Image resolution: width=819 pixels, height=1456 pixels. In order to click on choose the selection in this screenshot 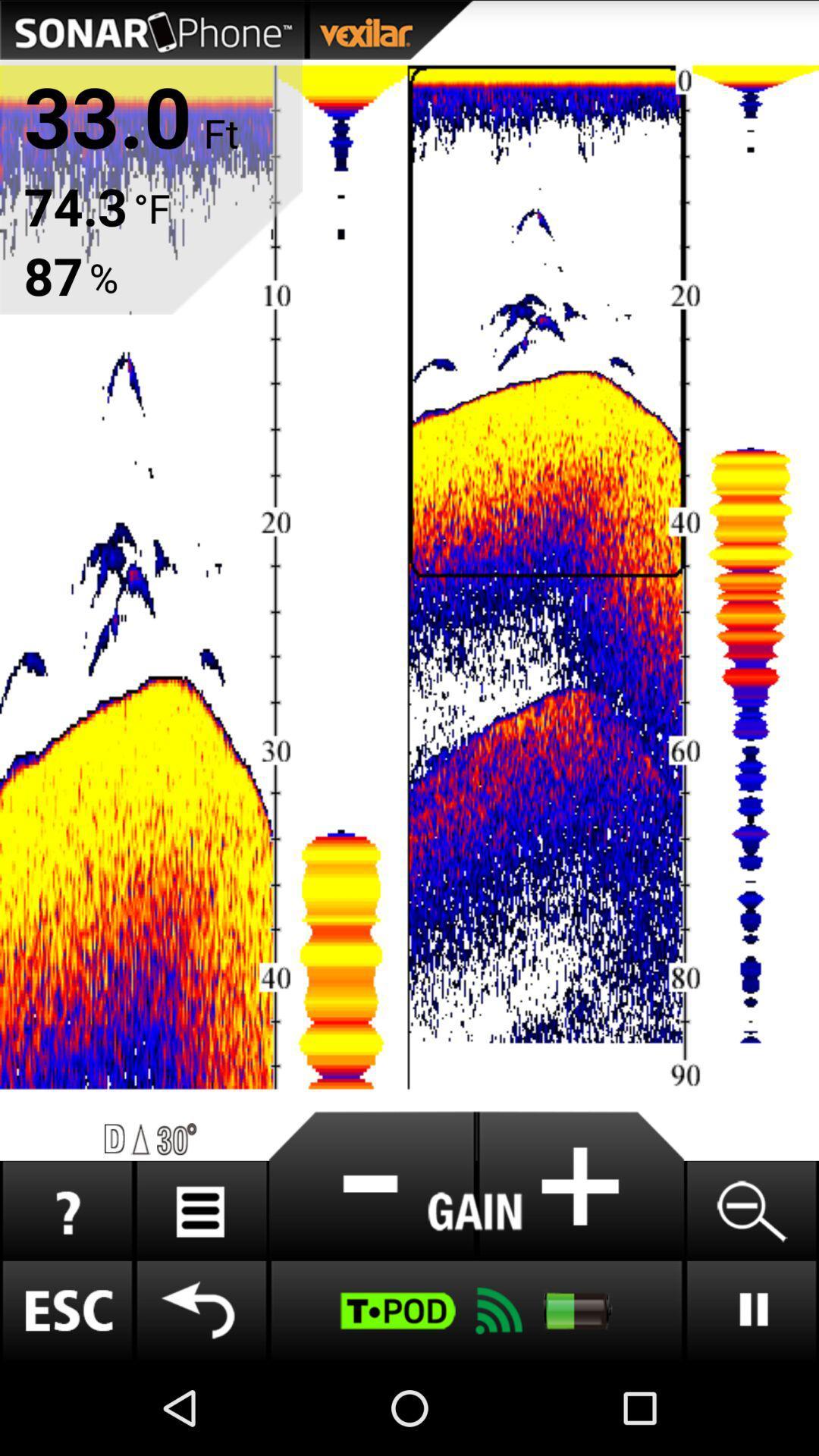, I will do `click(580, 1185)`.